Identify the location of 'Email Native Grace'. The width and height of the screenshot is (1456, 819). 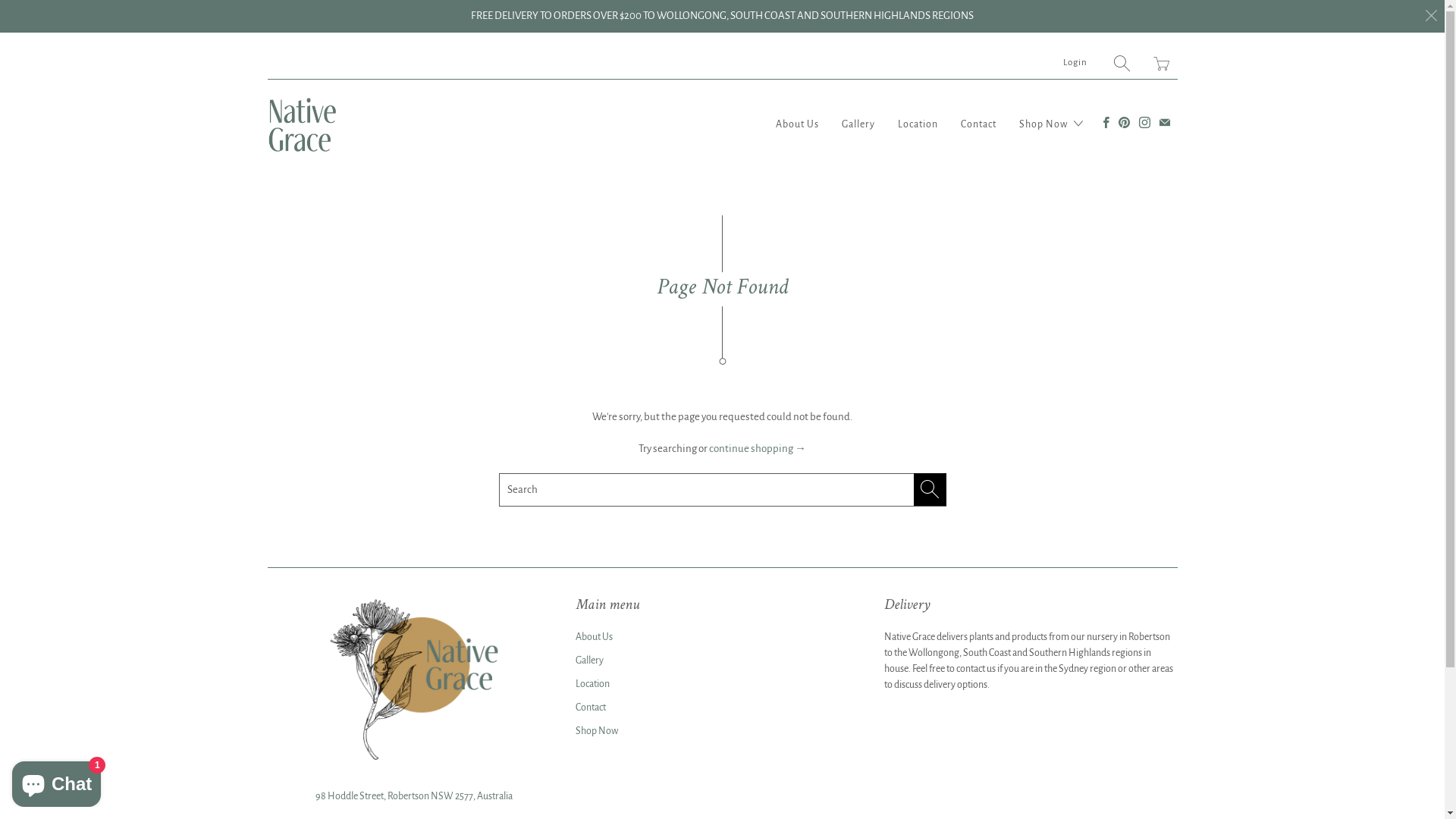
(1163, 121).